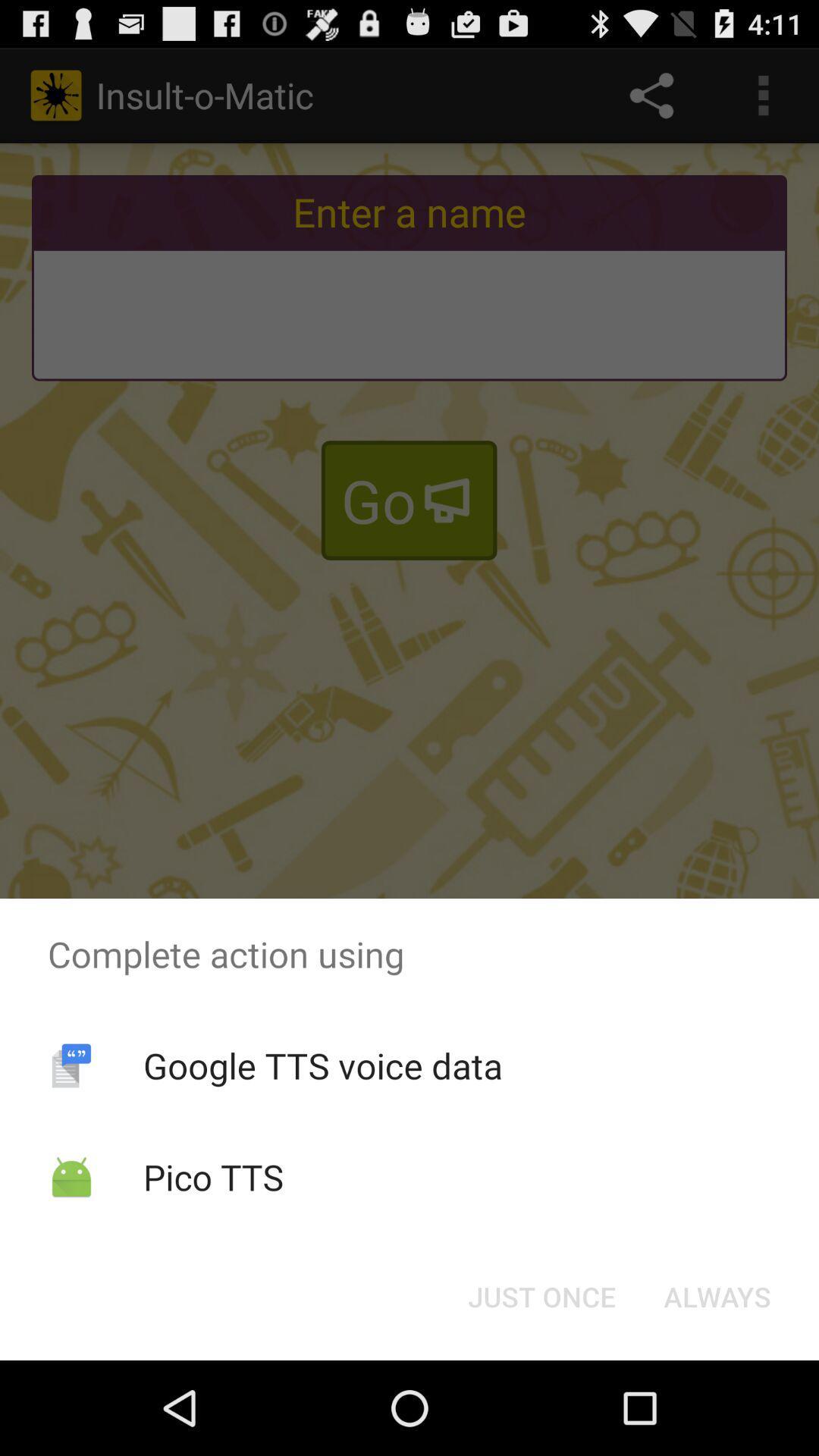 The image size is (819, 1456). I want to click on button next to the always, so click(541, 1295).